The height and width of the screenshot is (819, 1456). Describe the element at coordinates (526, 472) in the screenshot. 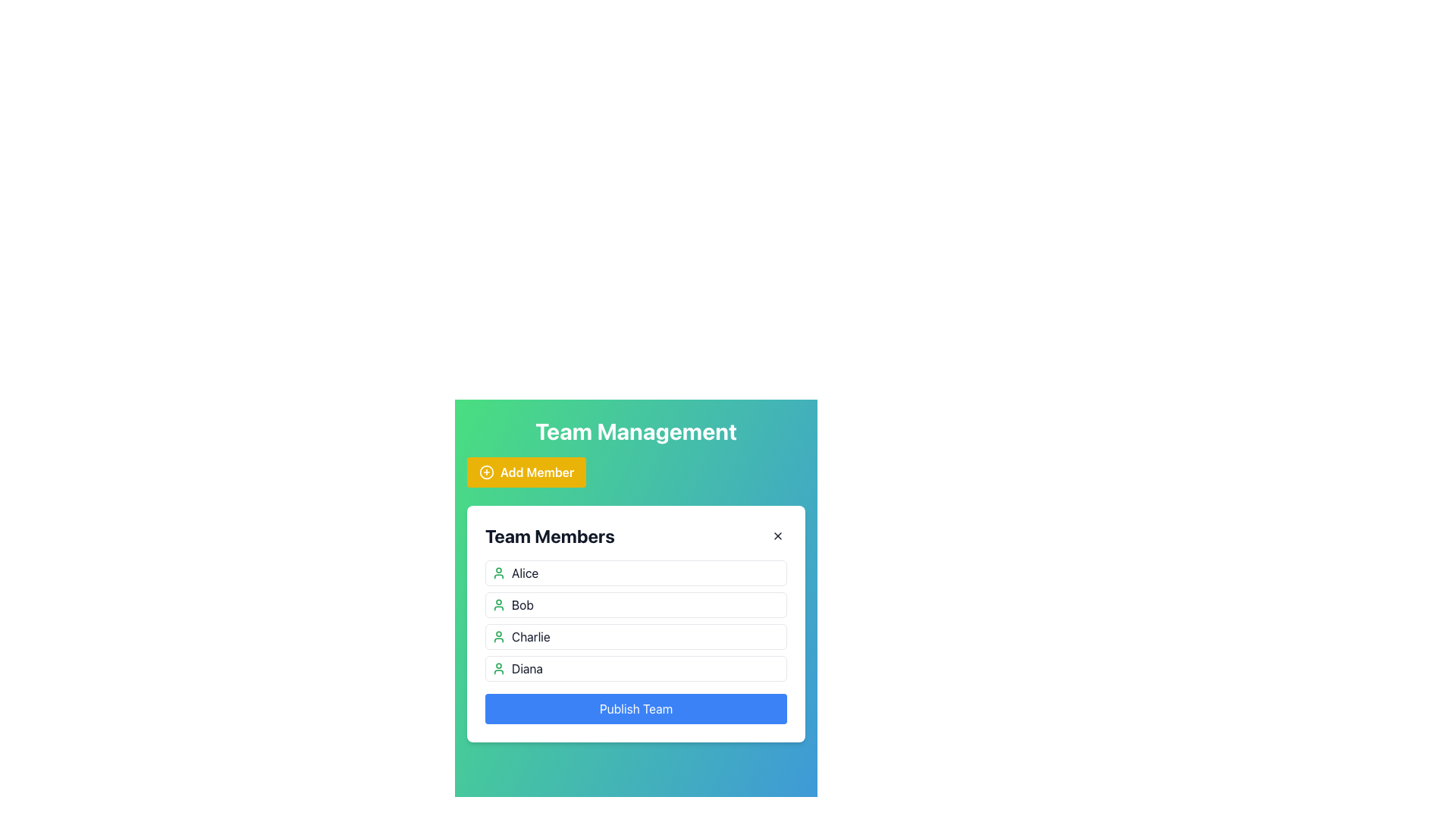

I see `the 'Add Member' button with a yellow background and bold white text` at that location.